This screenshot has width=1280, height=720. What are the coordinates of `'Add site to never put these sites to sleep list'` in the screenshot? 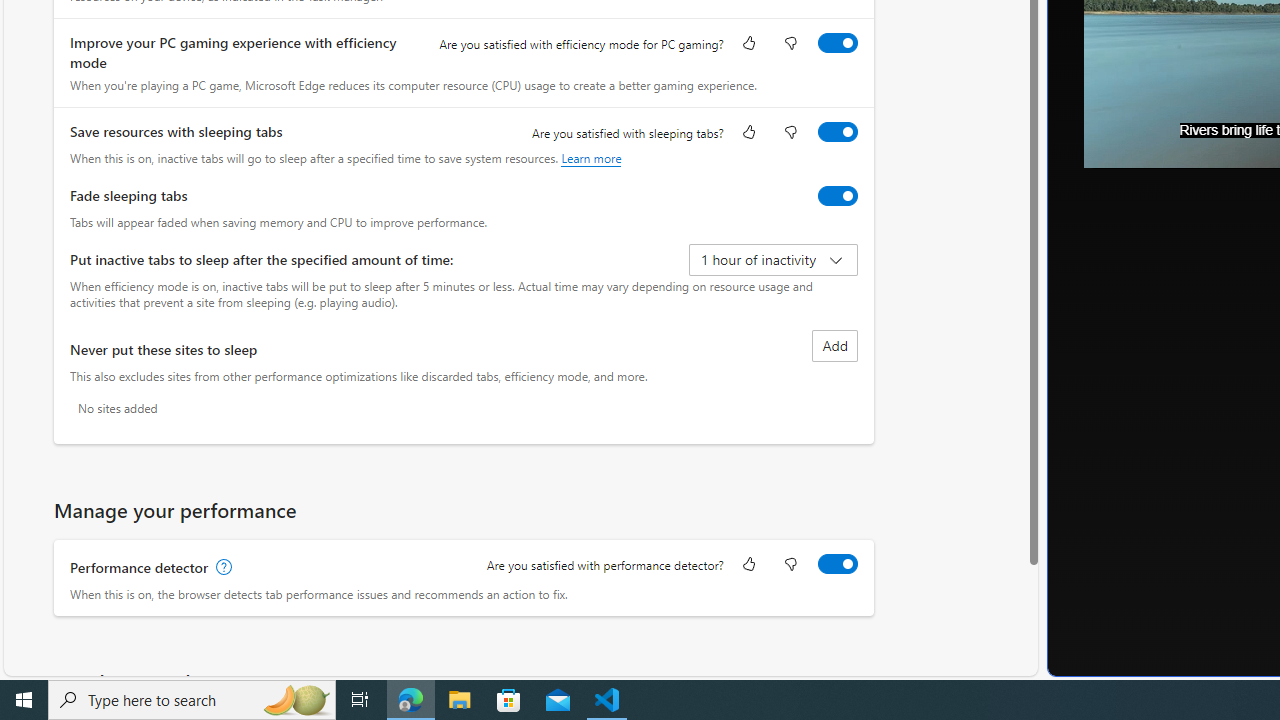 It's located at (834, 344).